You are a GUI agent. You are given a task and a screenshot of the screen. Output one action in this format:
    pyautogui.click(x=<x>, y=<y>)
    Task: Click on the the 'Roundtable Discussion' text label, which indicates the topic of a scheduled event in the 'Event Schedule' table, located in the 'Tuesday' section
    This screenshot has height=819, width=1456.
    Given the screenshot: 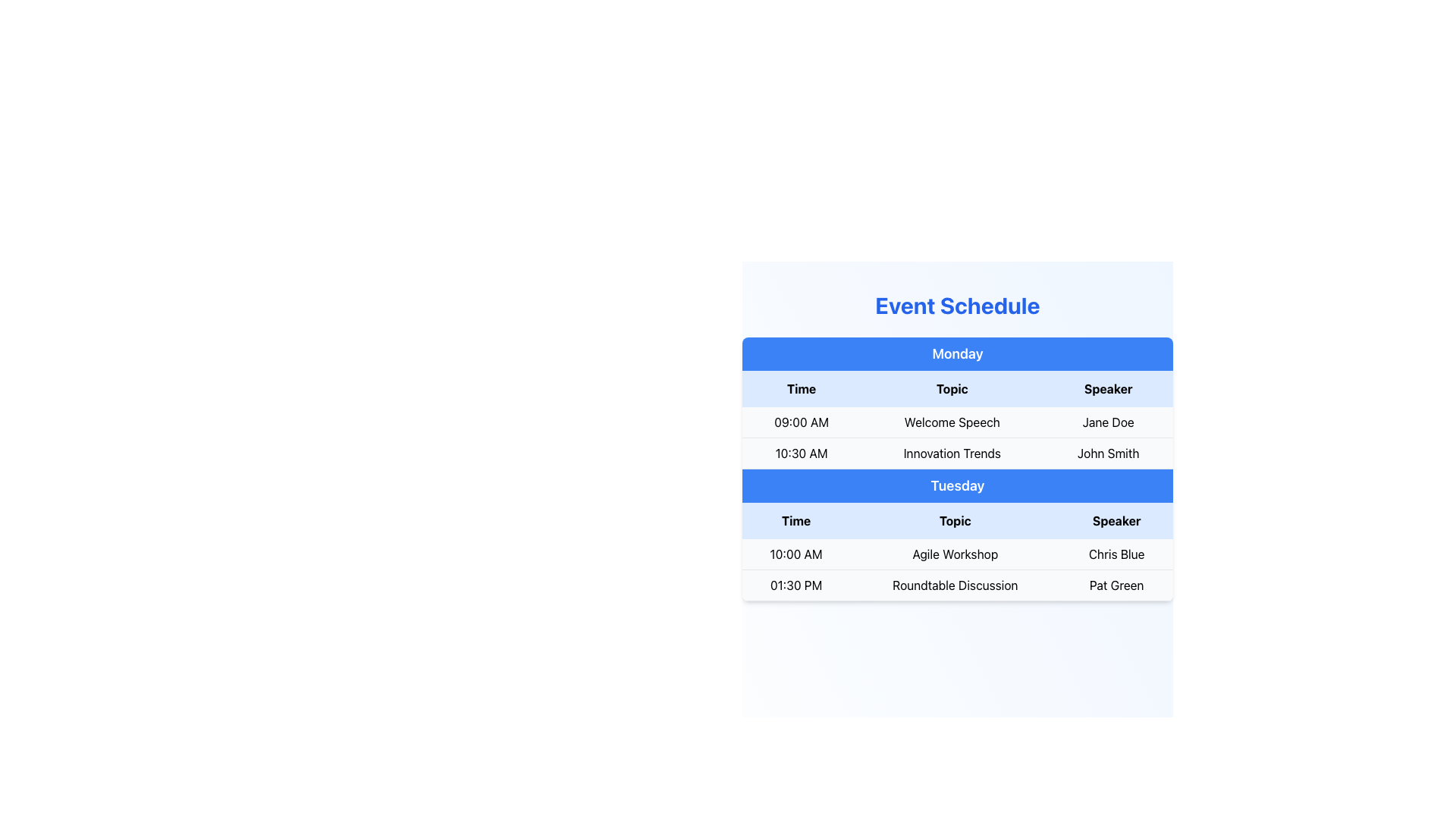 What is the action you would take?
    pyautogui.click(x=954, y=584)
    